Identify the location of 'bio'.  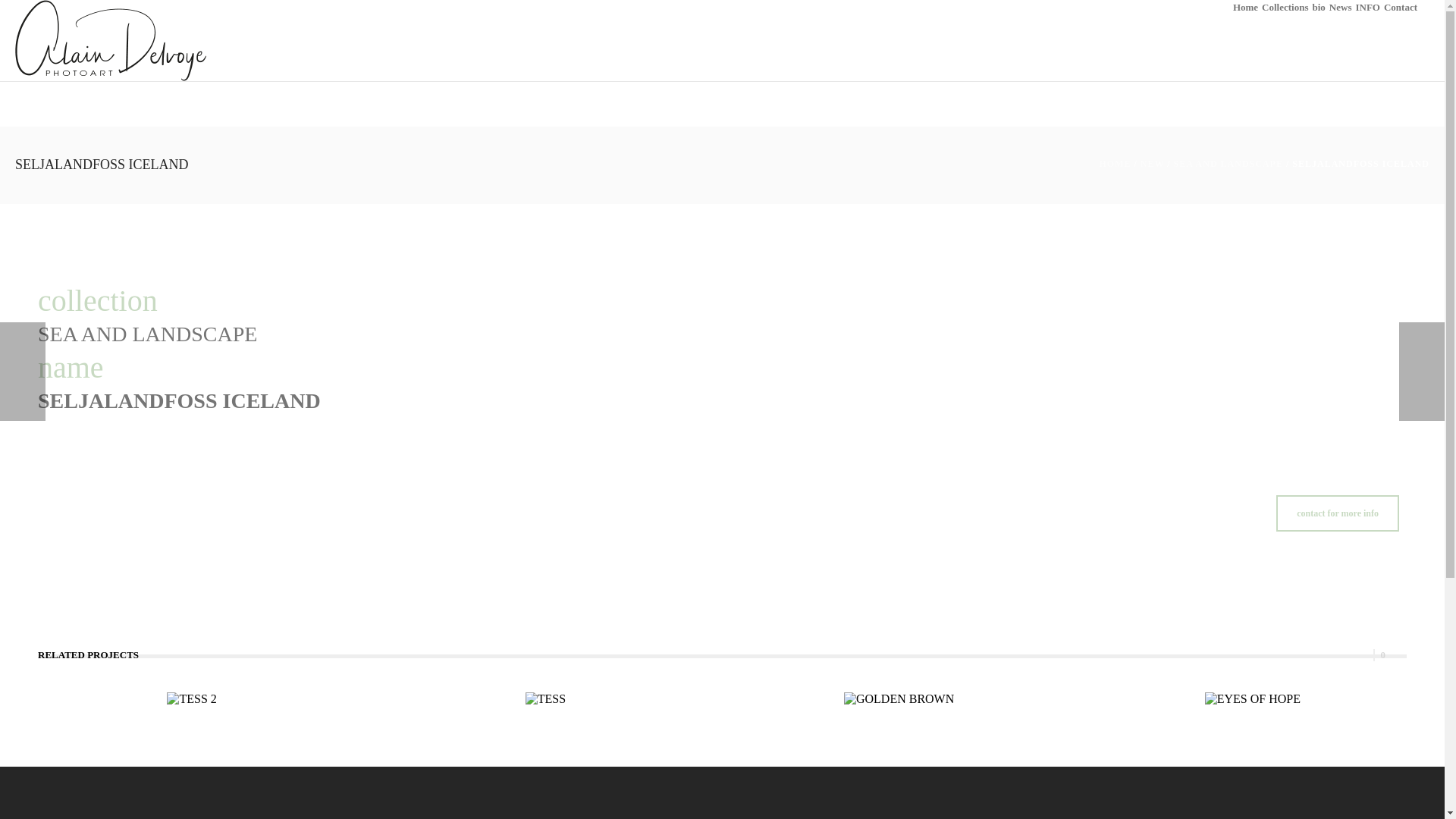
(1310, 8).